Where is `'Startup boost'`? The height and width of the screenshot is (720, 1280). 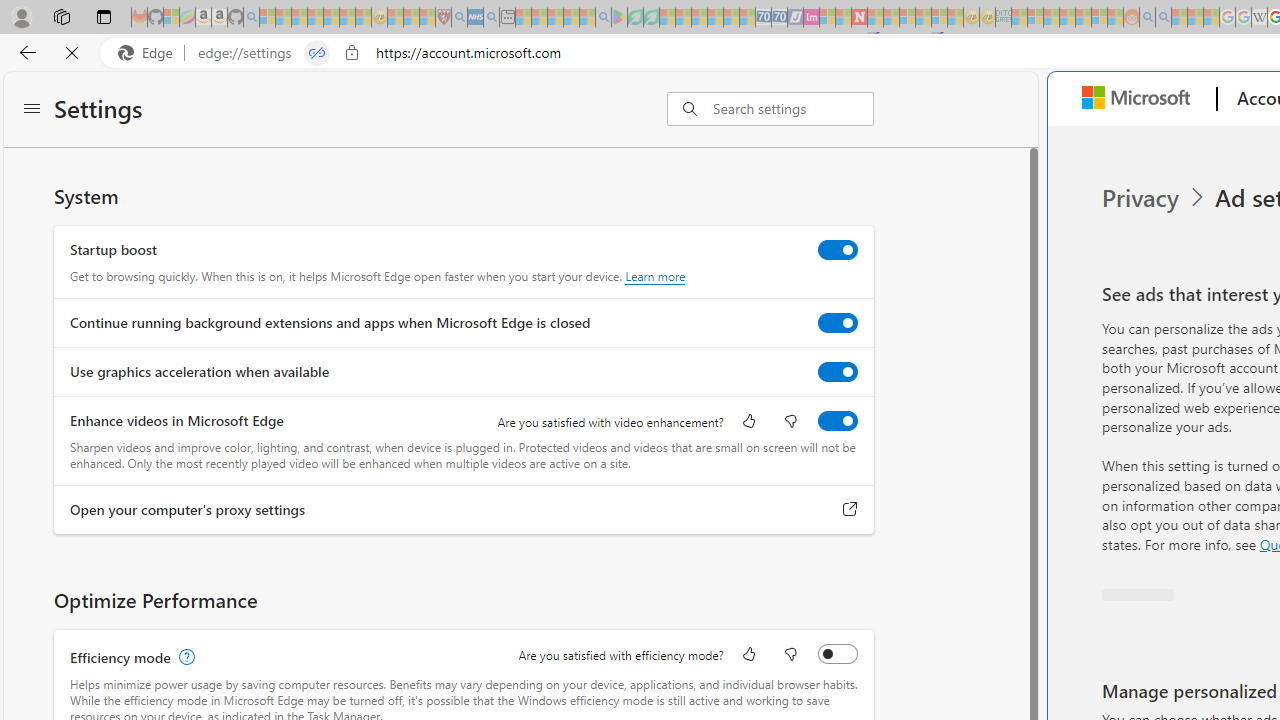
'Startup boost' is located at coordinates (837, 248).